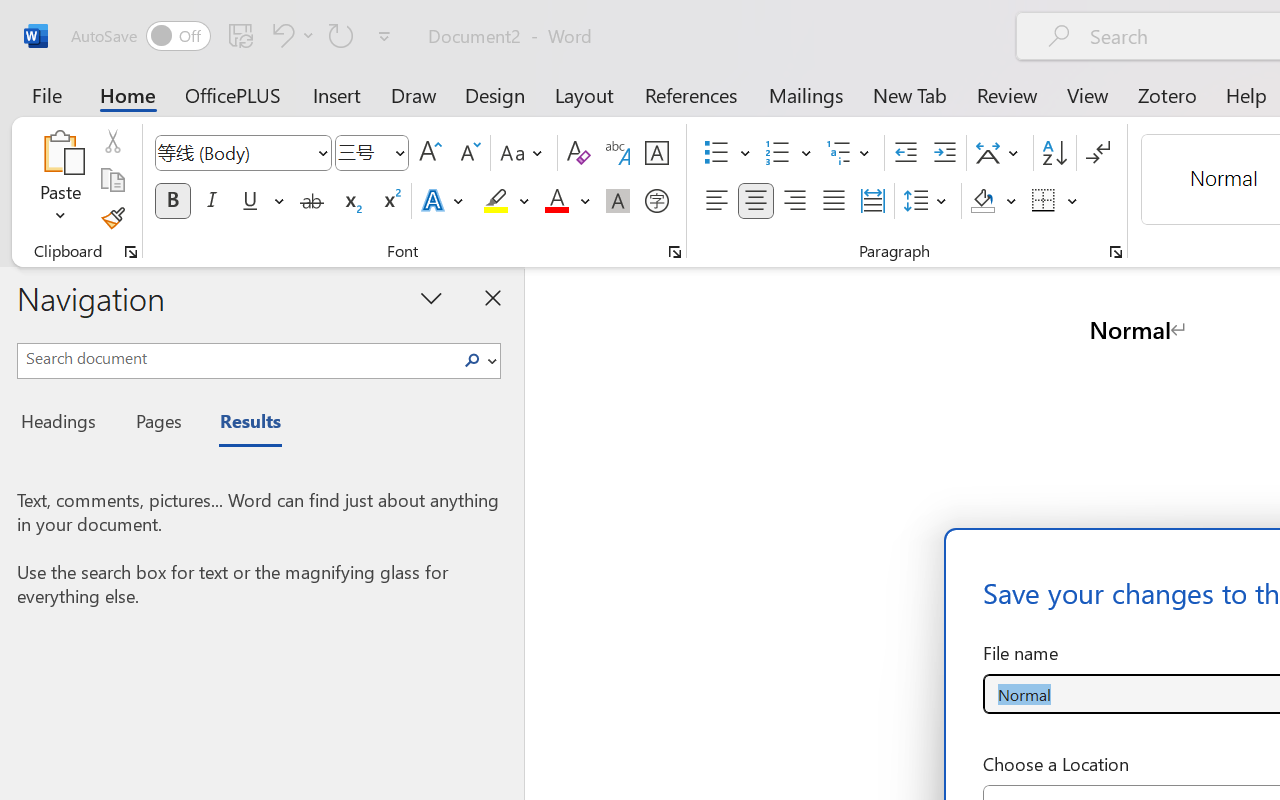 The width and height of the screenshot is (1280, 800). Describe the element at coordinates (311, 201) in the screenshot. I see `'Strikethrough'` at that location.